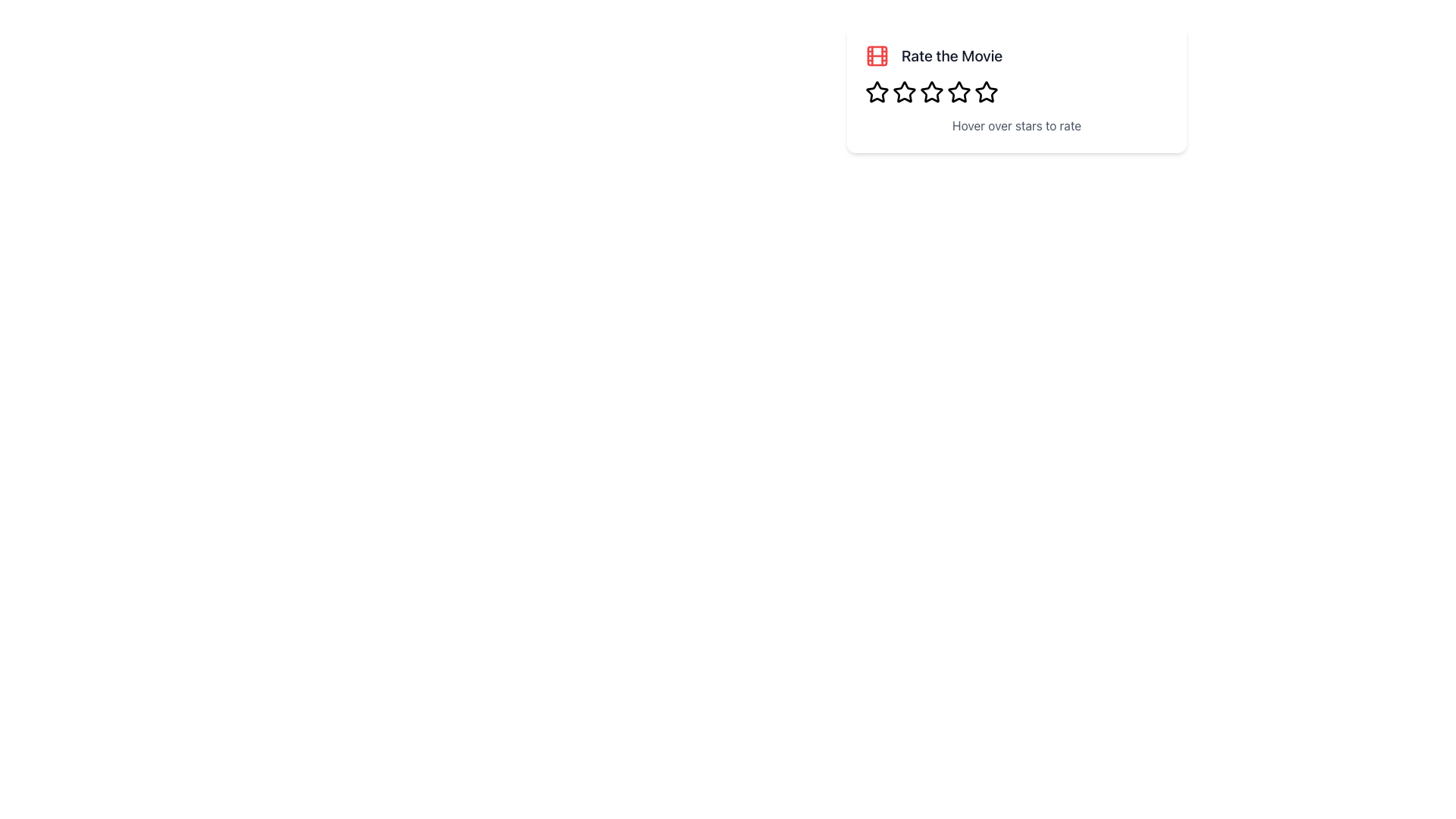  What do you see at coordinates (877, 55) in the screenshot?
I see `the central red-filled rectangular Decorative Icon Component, which is part of the film strip icon located above the 'Rate the Movie' title` at bounding box center [877, 55].